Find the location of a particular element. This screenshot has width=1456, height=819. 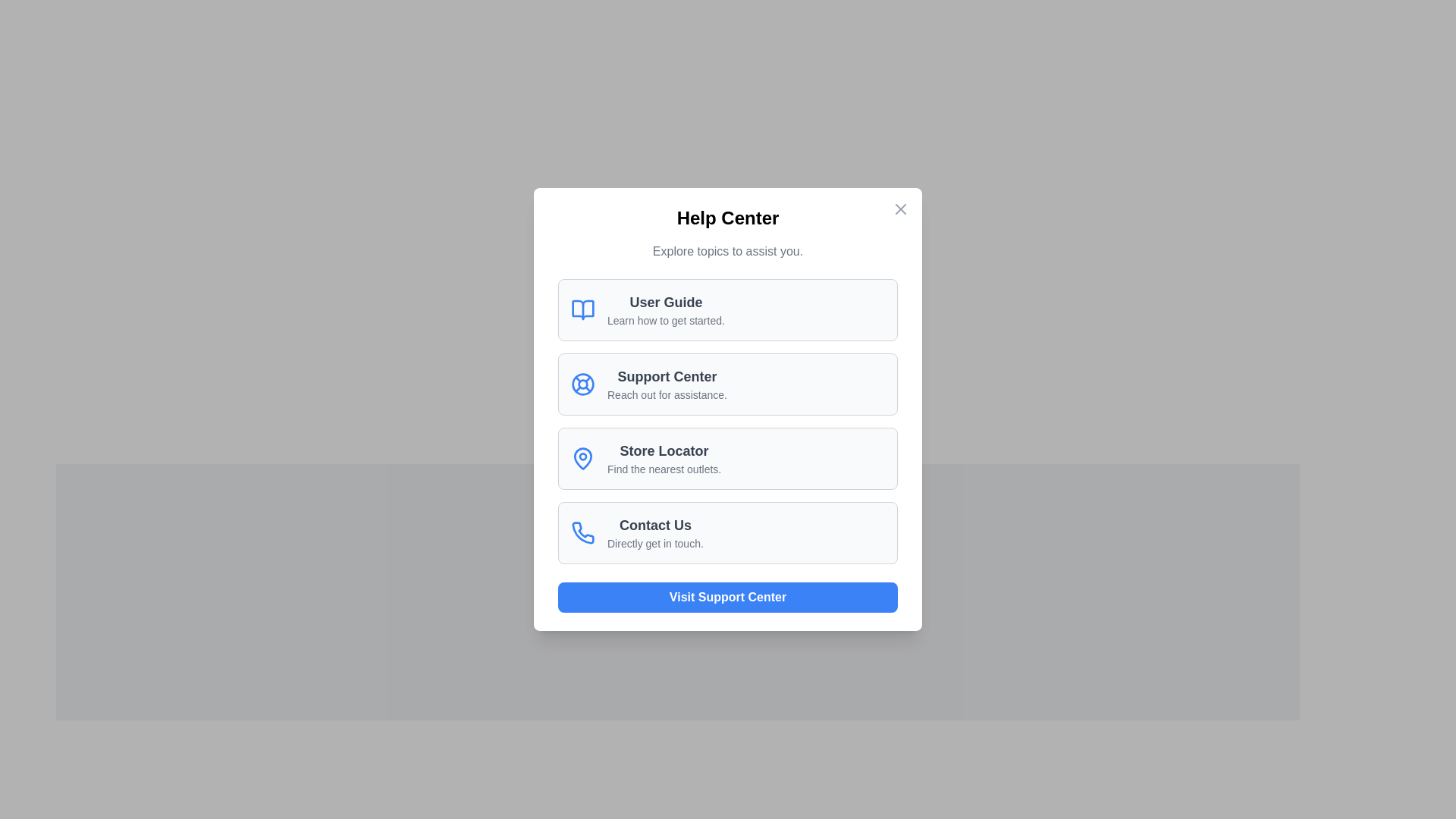

the 'Store Locator' SVG icon located in the third row of options within the 'Help Center' modal, to the left of the text 'Store Locator' is located at coordinates (582, 458).